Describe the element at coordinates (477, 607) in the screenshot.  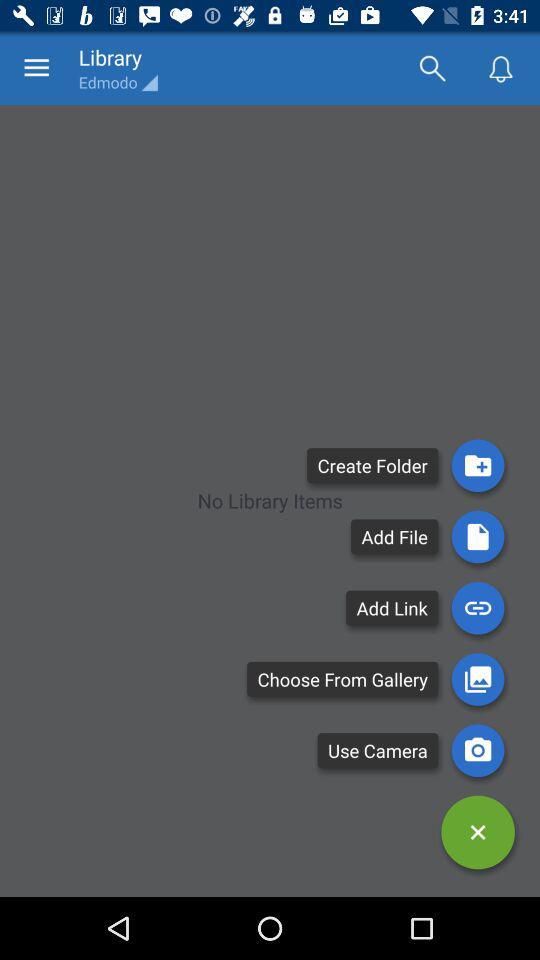
I see `a link` at that location.